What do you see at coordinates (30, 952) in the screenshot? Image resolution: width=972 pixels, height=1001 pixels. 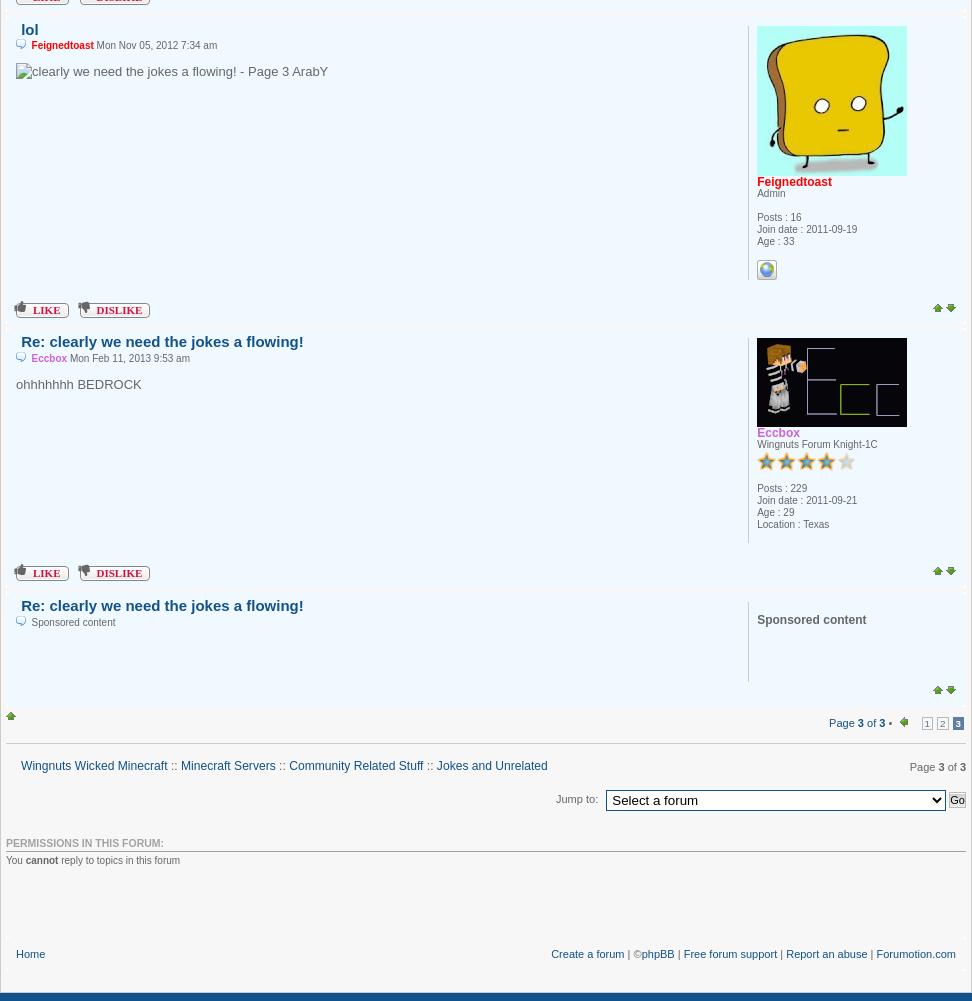 I see `'Home'` at bounding box center [30, 952].